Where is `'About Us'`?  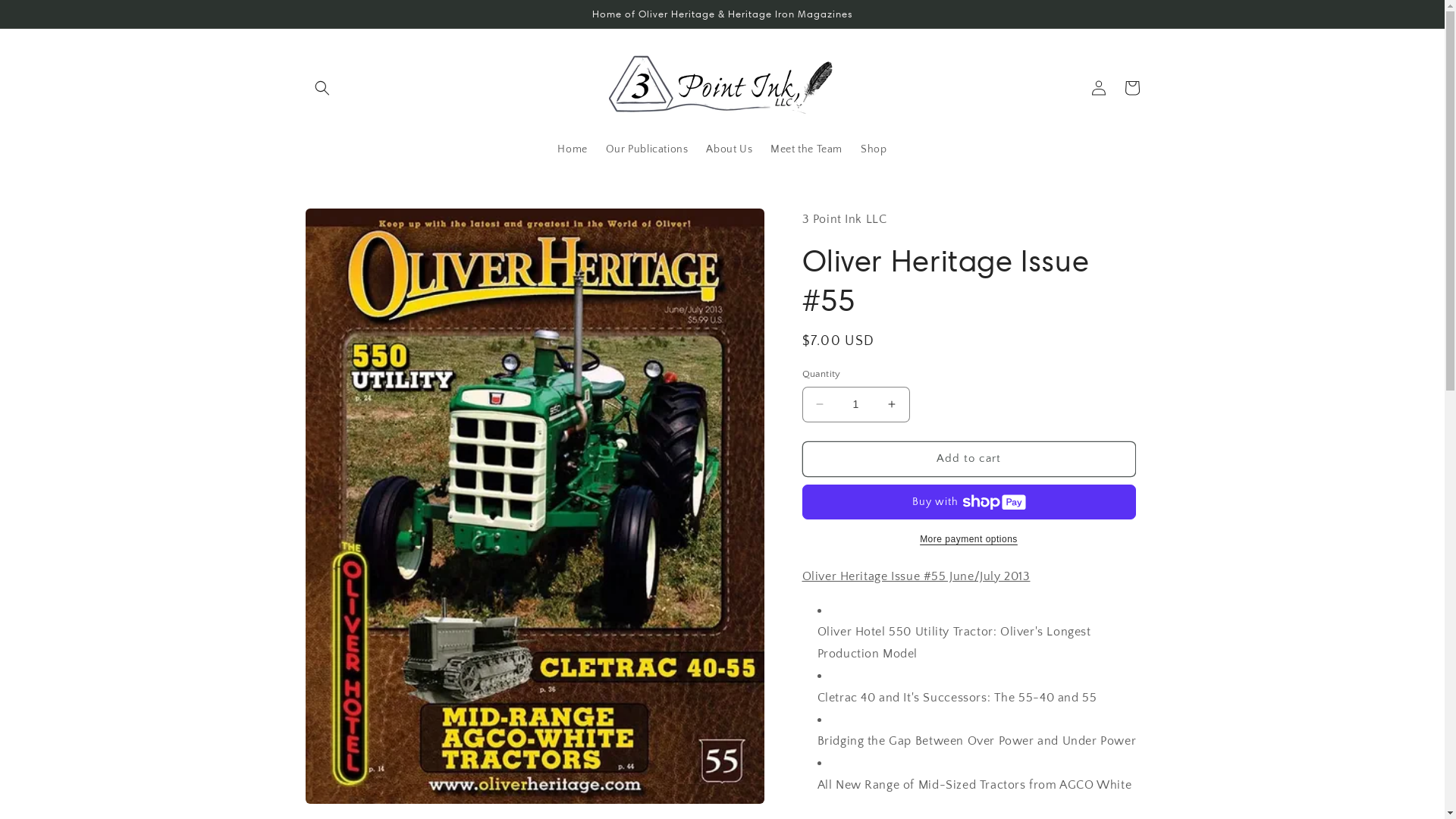 'About Us' is located at coordinates (695, 149).